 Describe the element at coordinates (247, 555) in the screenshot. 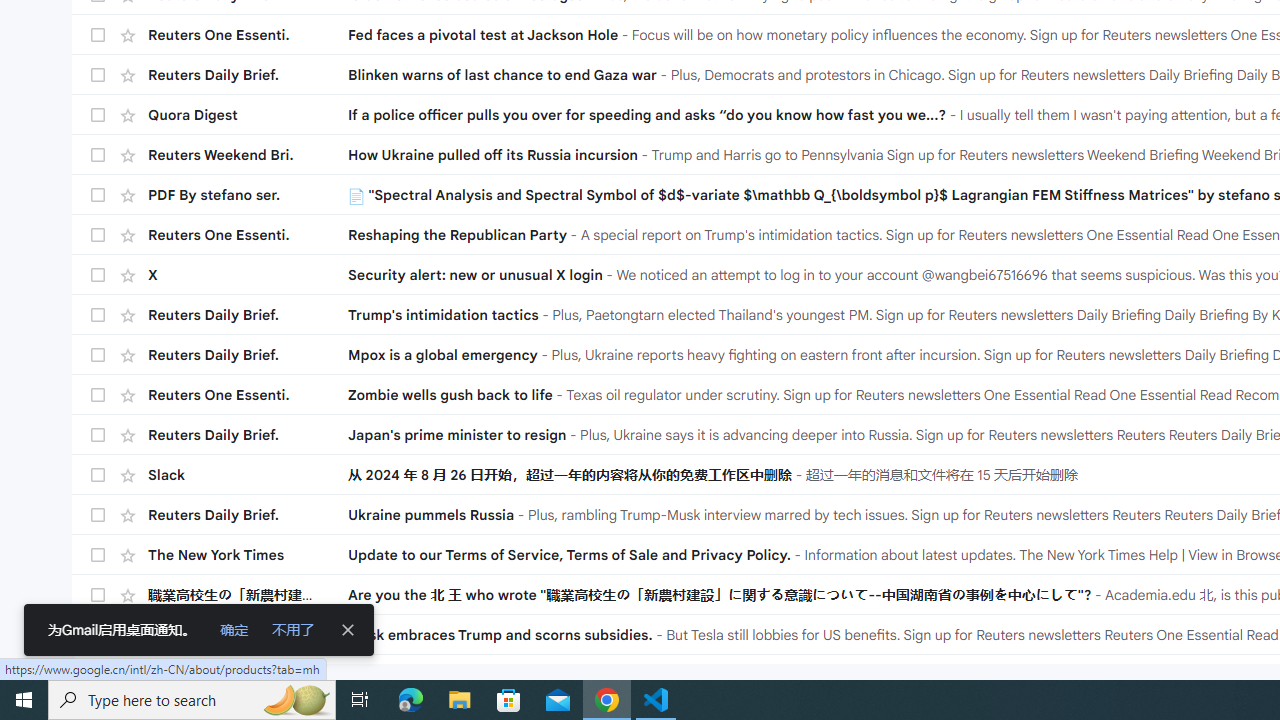

I see `'The New York Times'` at that location.